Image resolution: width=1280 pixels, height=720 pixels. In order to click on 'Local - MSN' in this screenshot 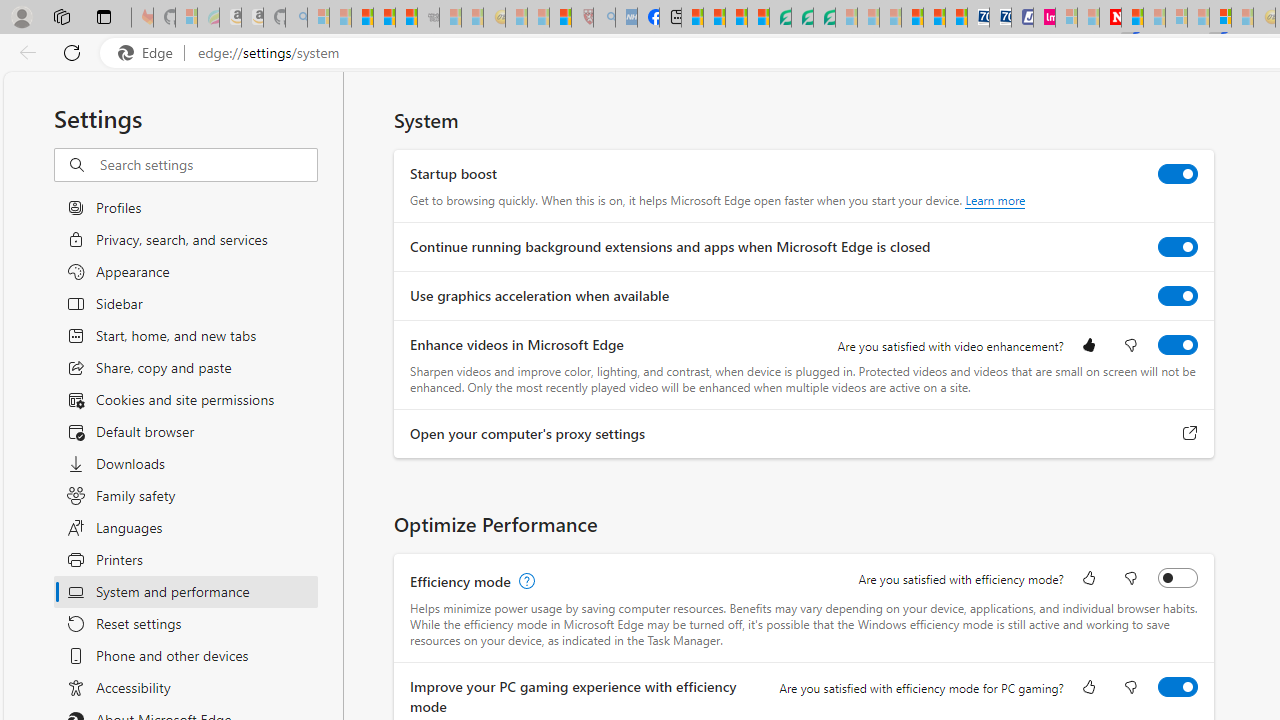, I will do `click(560, 17)`.